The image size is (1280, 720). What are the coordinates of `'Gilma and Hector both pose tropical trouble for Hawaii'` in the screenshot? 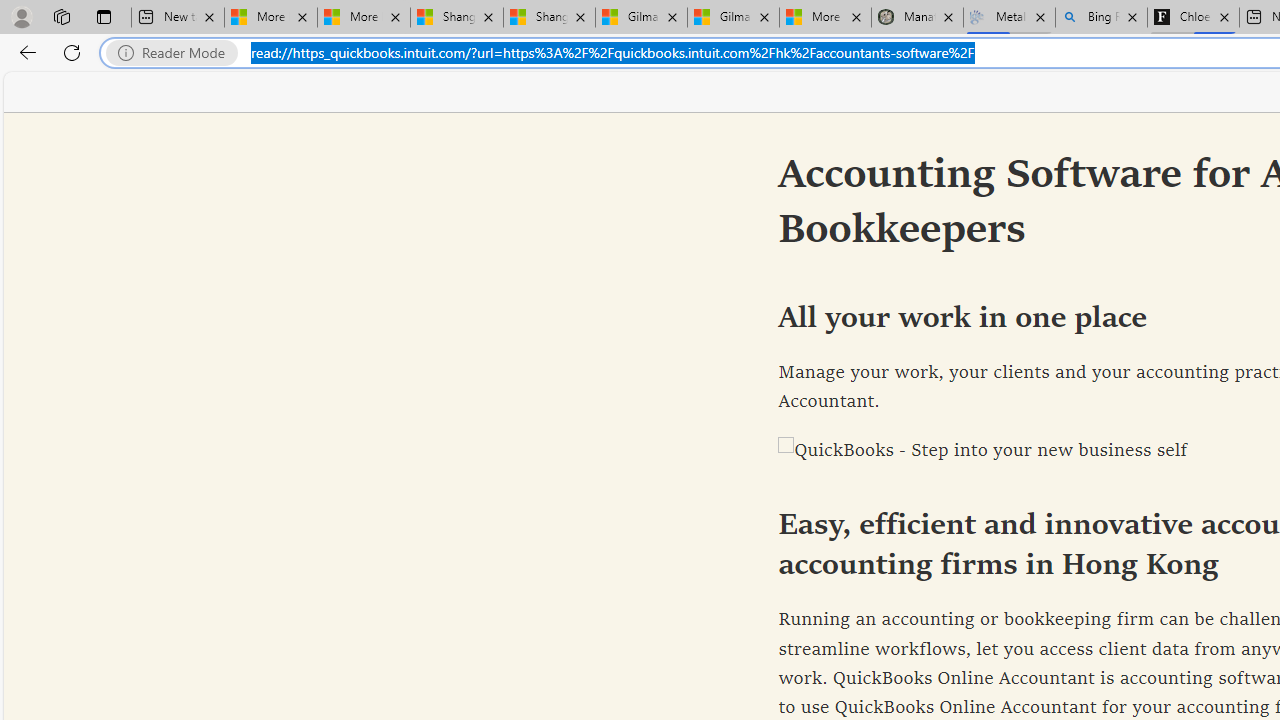 It's located at (732, 17).